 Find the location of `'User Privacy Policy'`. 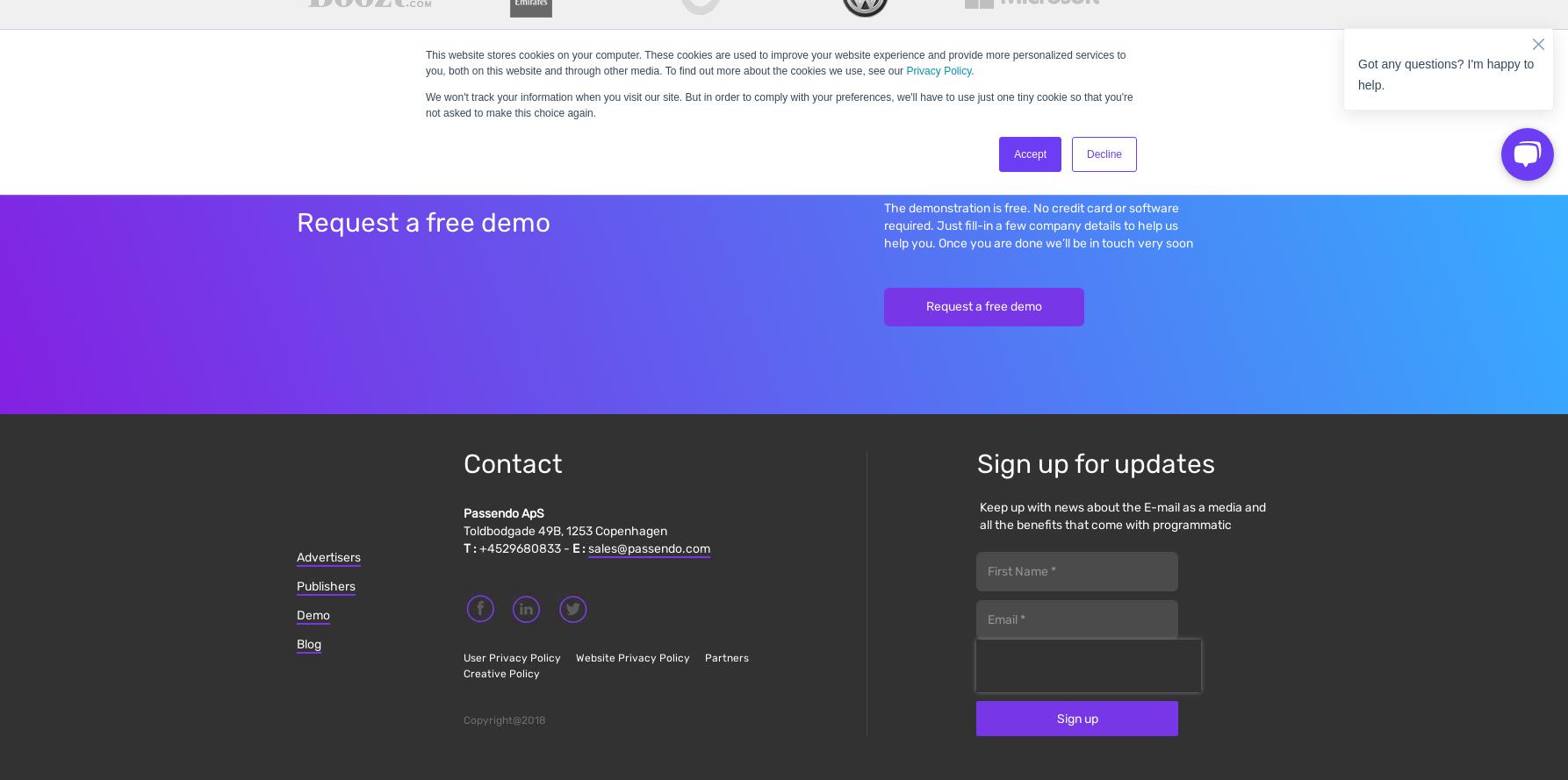

'User Privacy Policy' is located at coordinates (511, 656).